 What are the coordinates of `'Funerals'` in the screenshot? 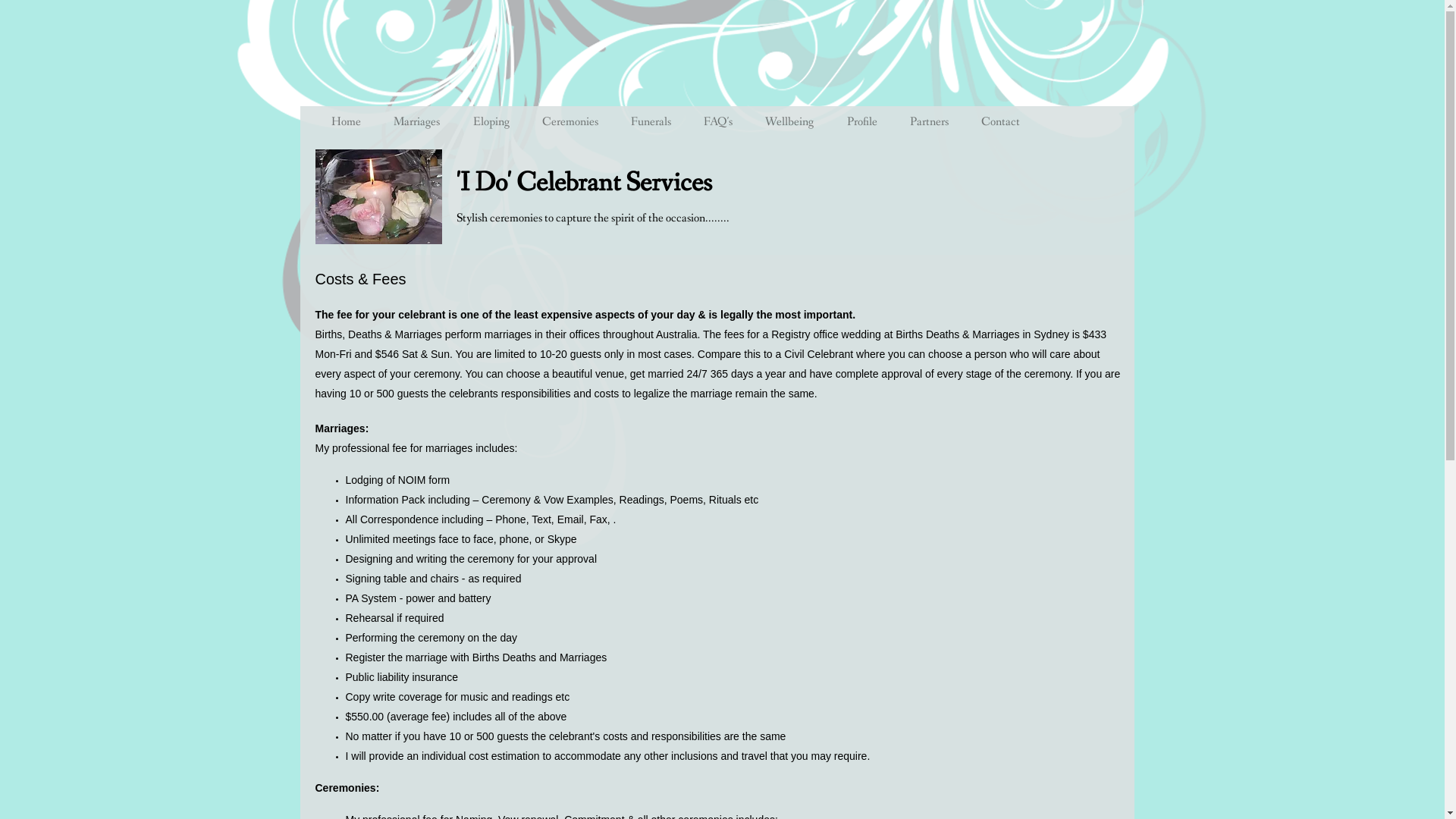 It's located at (614, 121).